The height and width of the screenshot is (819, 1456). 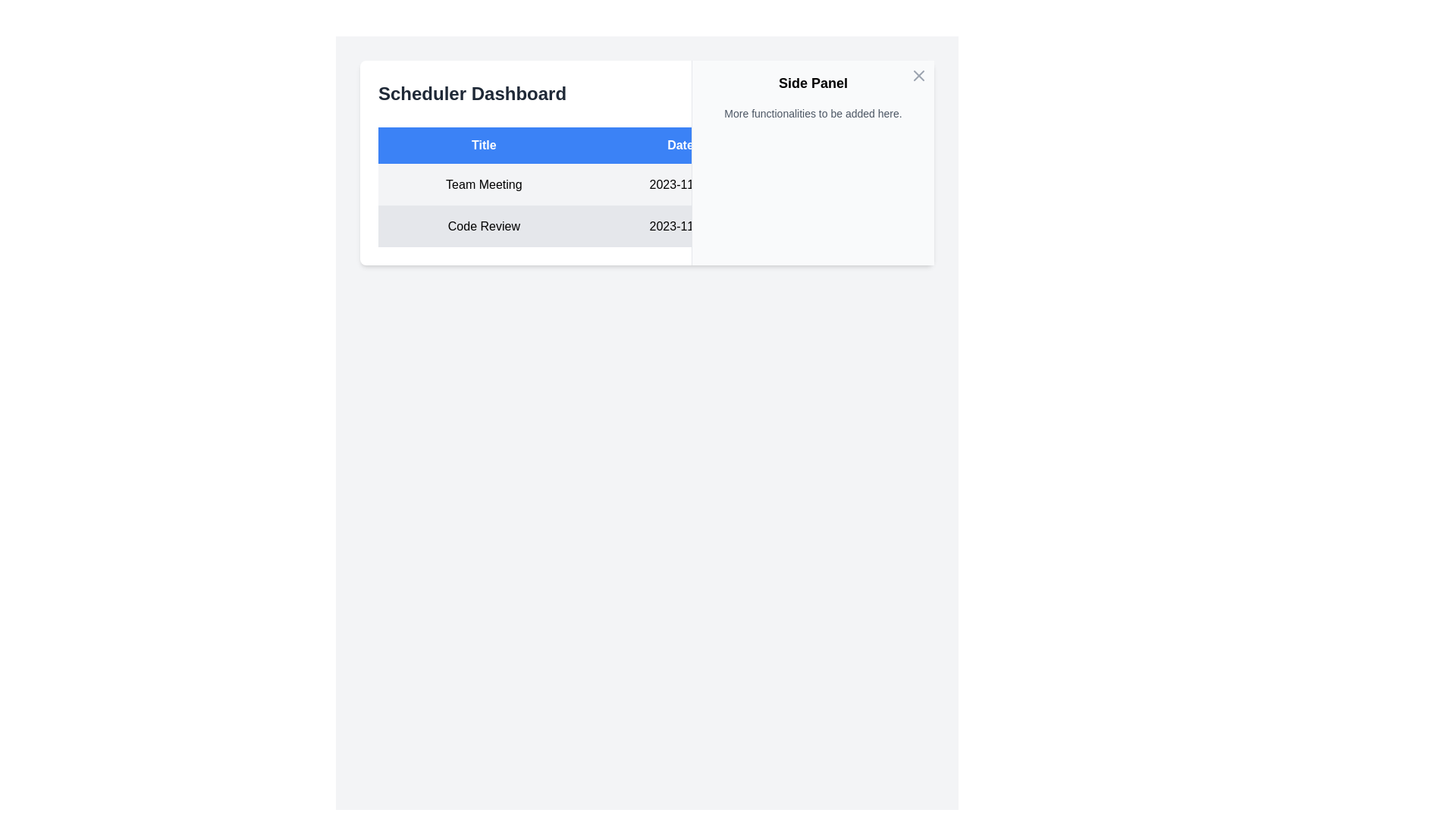 What do you see at coordinates (647, 186) in the screenshot?
I see `interactive elements within the rows of the schedule table displayed in the 'Scheduler Dashboard'` at bounding box center [647, 186].